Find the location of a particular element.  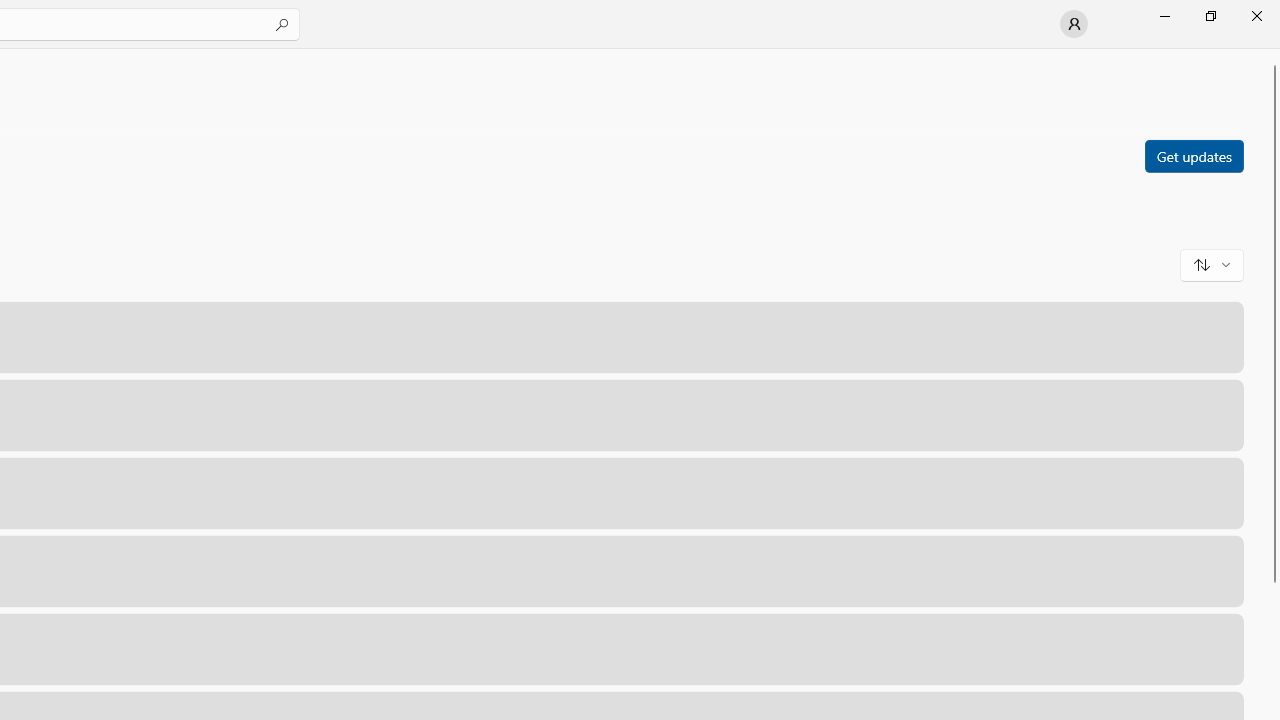

'User profile' is located at coordinates (1072, 24).